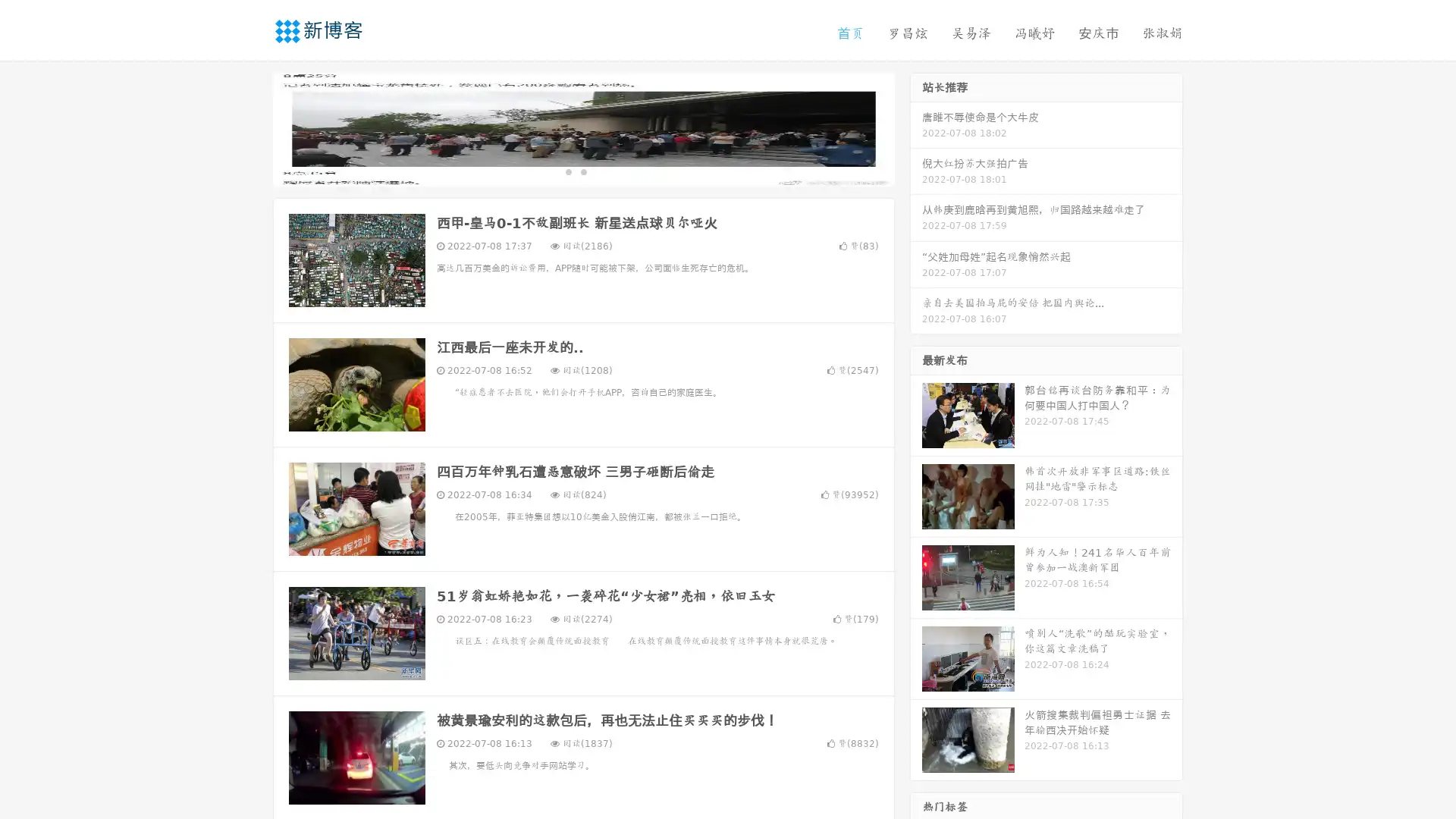  What do you see at coordinates (582, 171) in the screenshot?
I see `Go to slide 2` at bounding box center [582, 171].